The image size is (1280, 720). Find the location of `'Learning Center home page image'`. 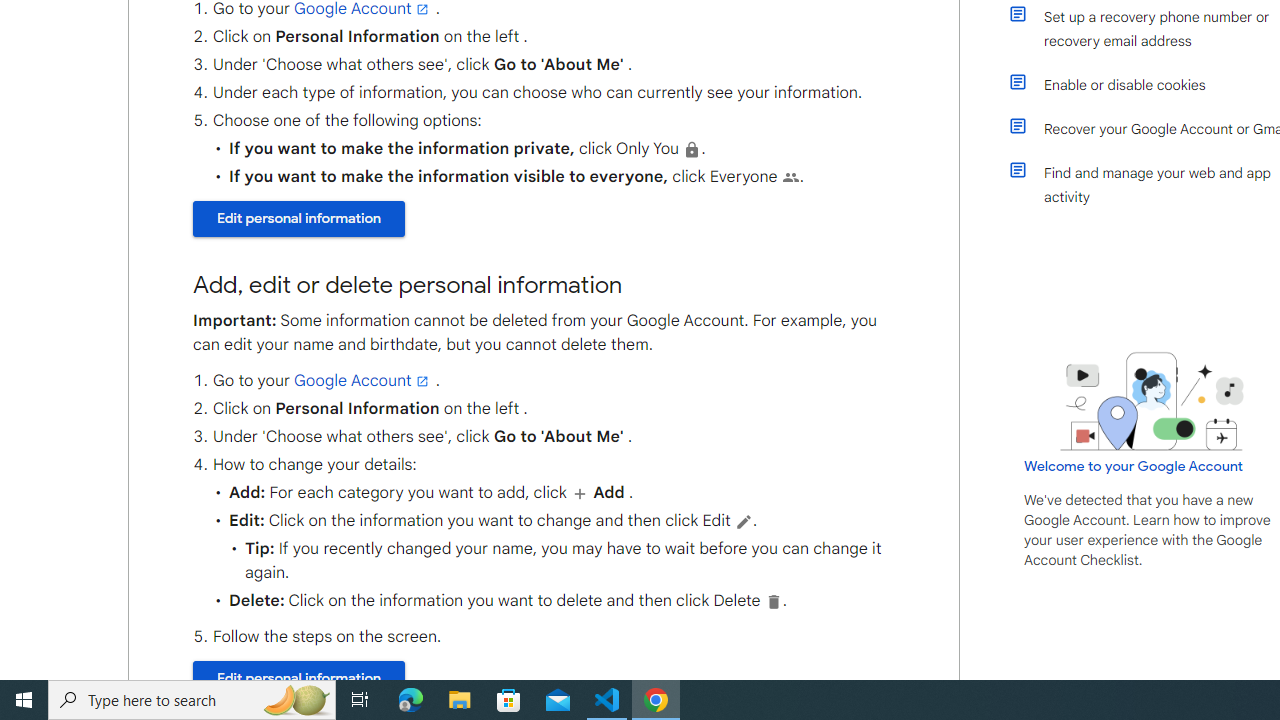

'Learning Center home page image' is located at coordinates (1152, 401).